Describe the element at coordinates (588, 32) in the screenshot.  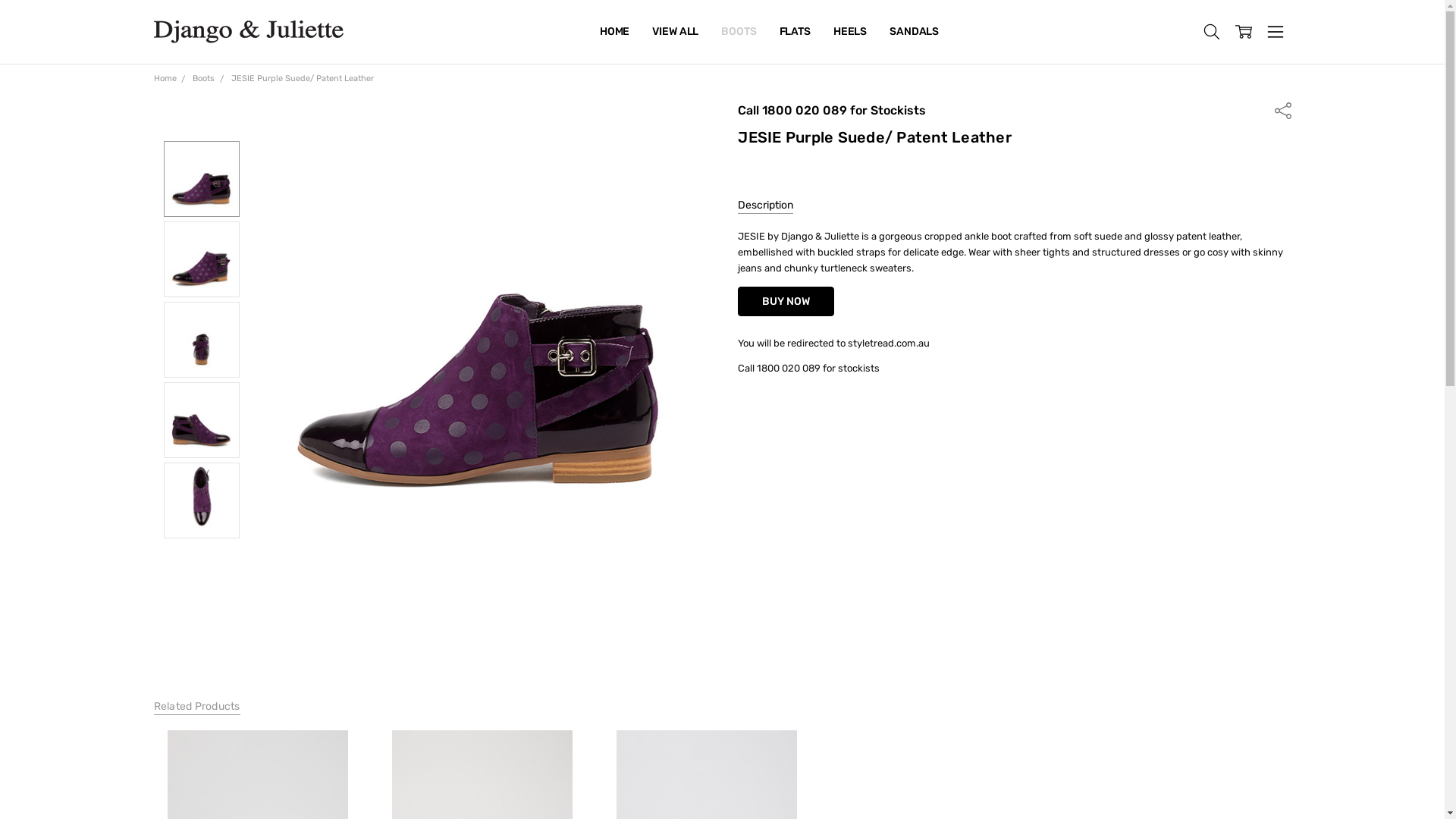
I see `'SHOP OUR INSTAGRAM'` at that location.